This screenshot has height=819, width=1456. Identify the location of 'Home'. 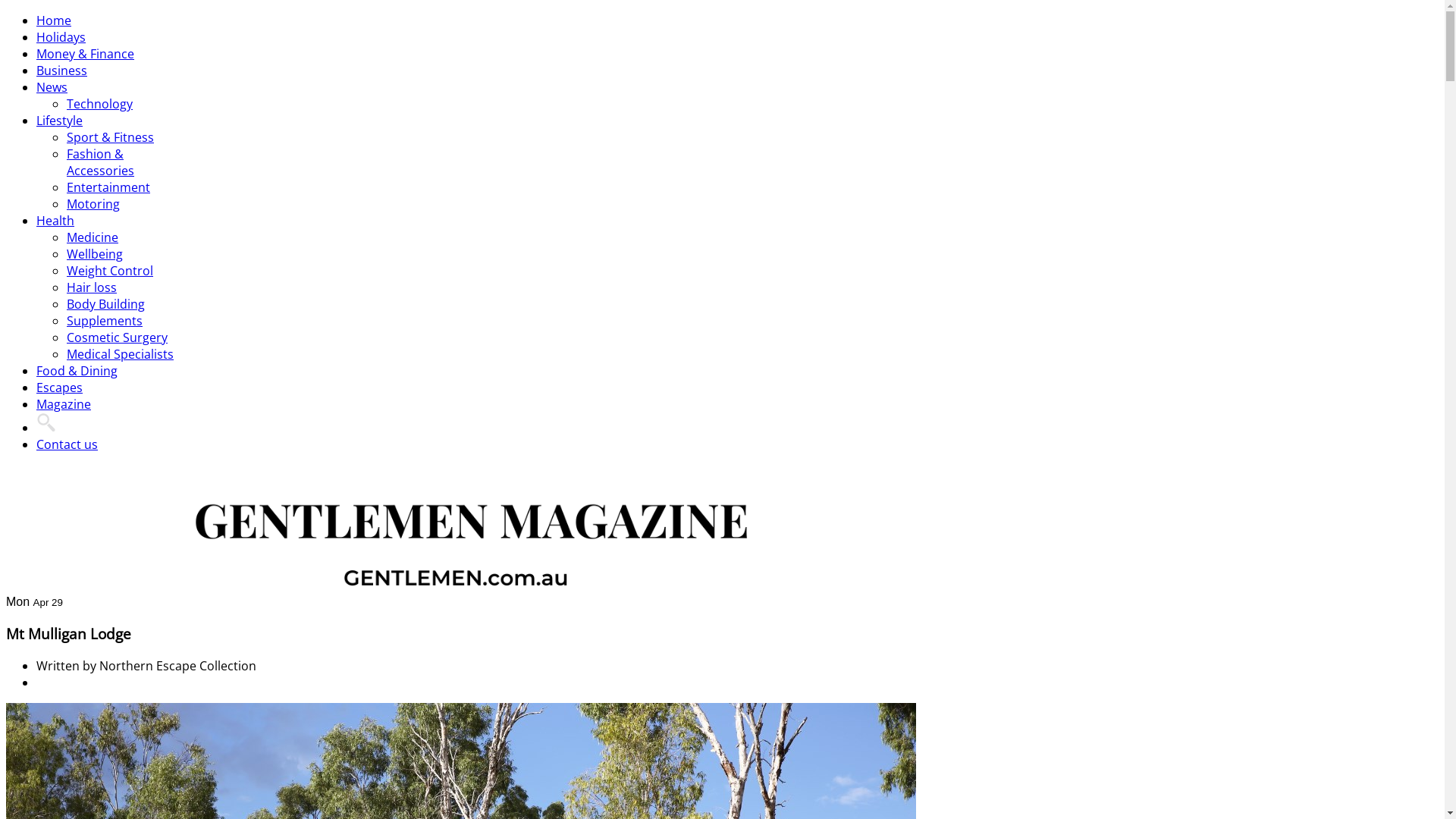
(54, 20).